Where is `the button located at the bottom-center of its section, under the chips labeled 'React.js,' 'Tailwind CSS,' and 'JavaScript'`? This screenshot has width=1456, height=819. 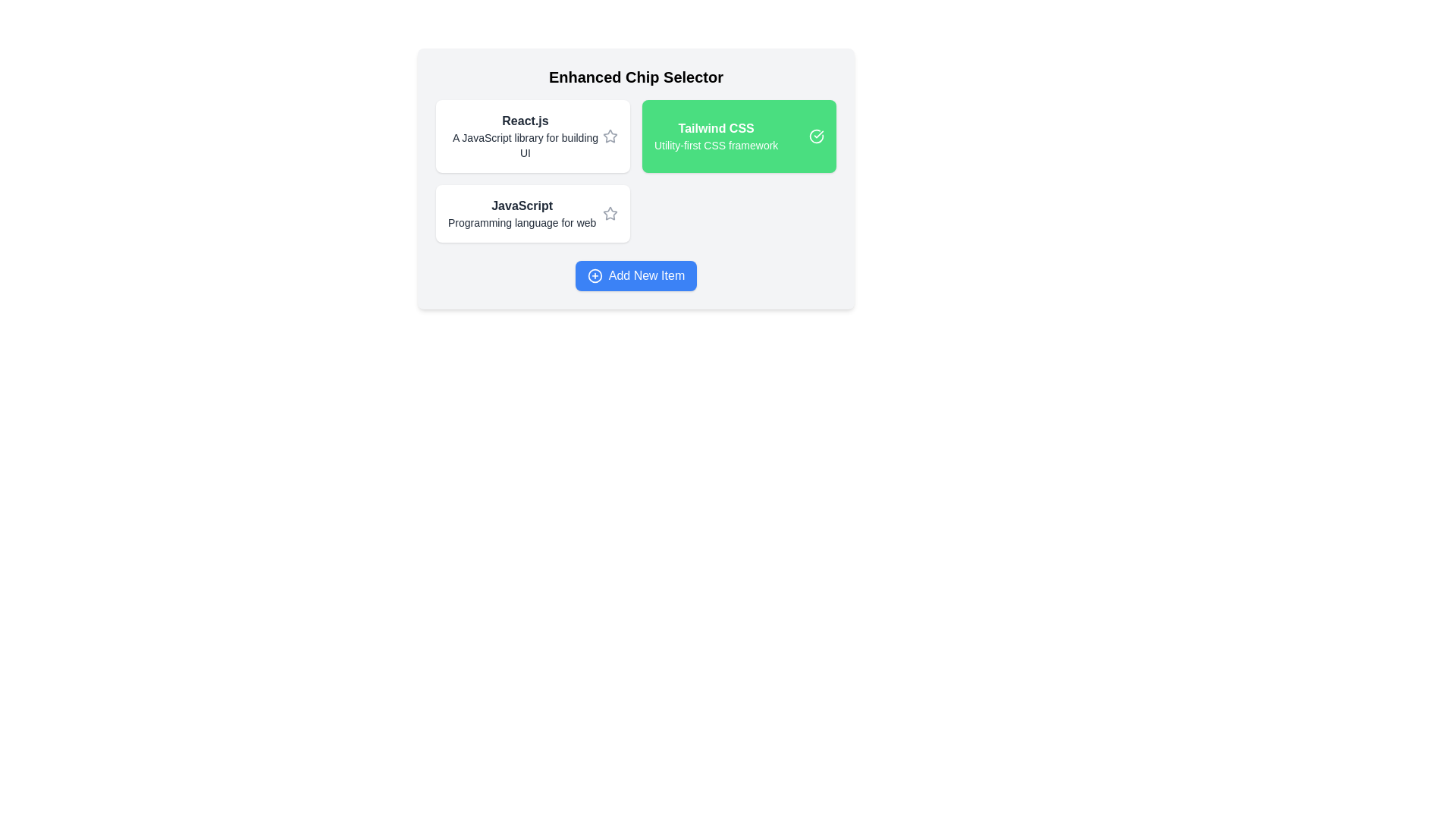 the button located at the bottom-center of its section, under the chips labeled 'React.js,' 'Tailwind CSS,' and 'JavaScript' is located at coordinates (636, 275).